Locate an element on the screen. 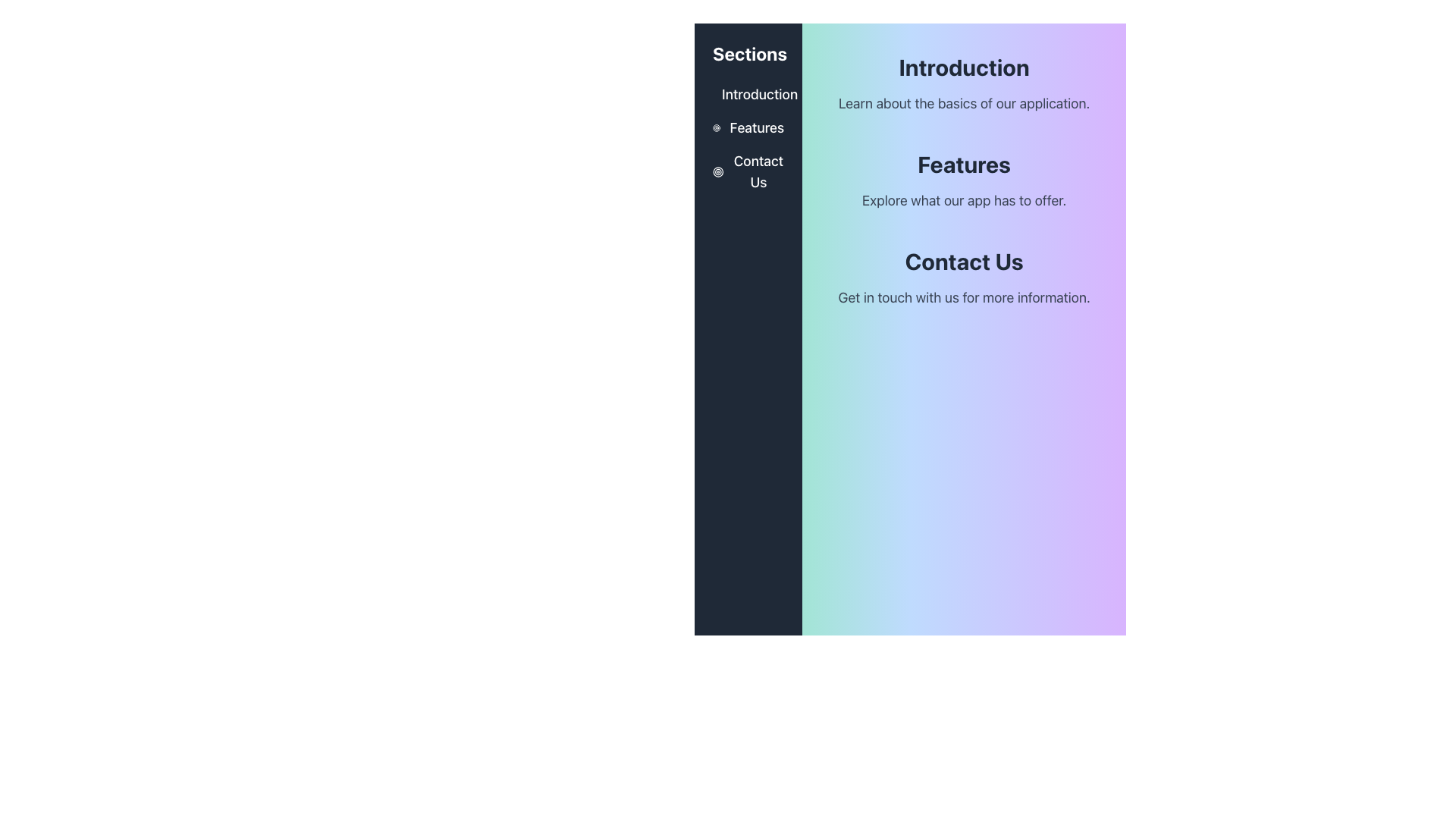 Image resolution: width=1456 pixels, height=819 pixels. the second item in the vertical list of navigational options in the left sidebar, labeled 'Features' is located at coordinates (748, 138).